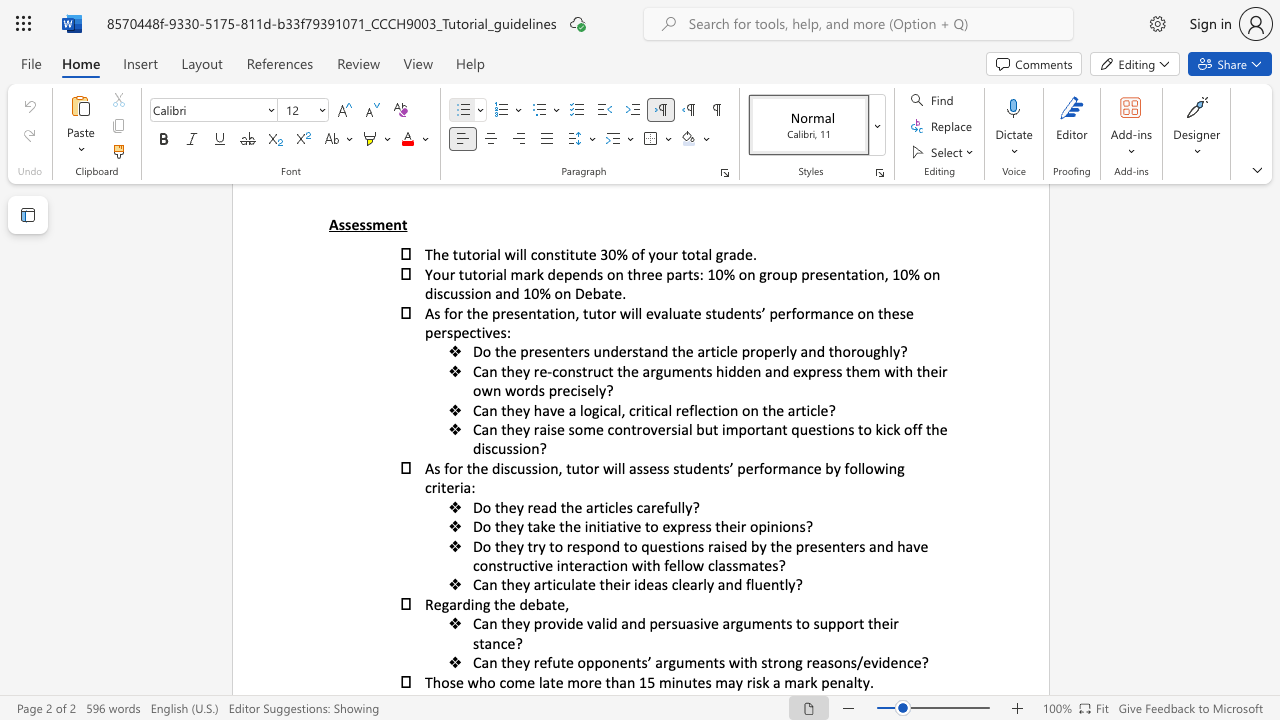 This screenshot has width=1280, height=720. Describe the element at coordinates (646, 468) in the screenshot. I see `the 6th character "s" in the text` at that location.